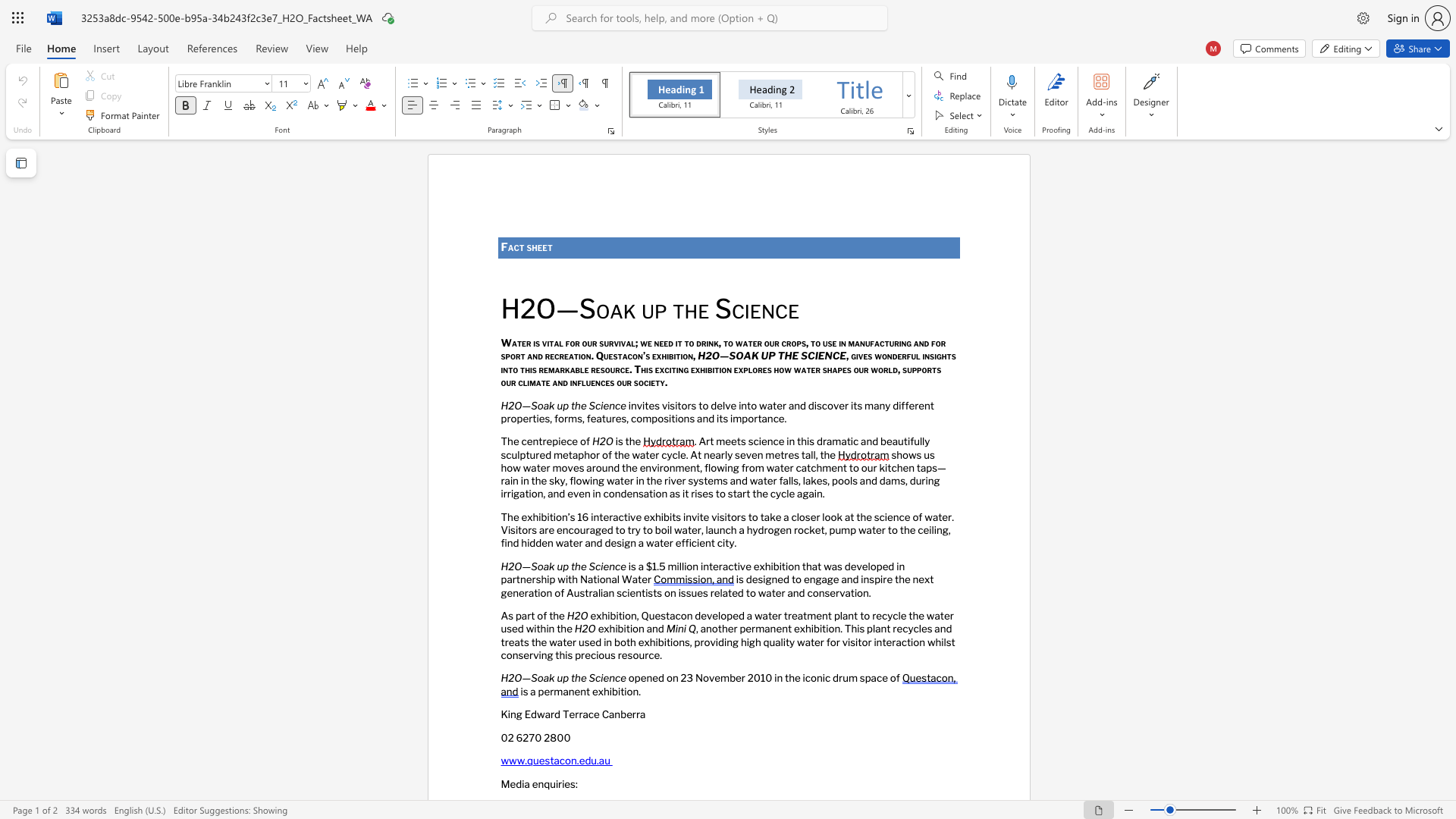  What do you see at coordinates (507, 246) in the screenshot?
I see `the space between the continuous character "F" and "a" in the text` at bounding box center [507, 246].